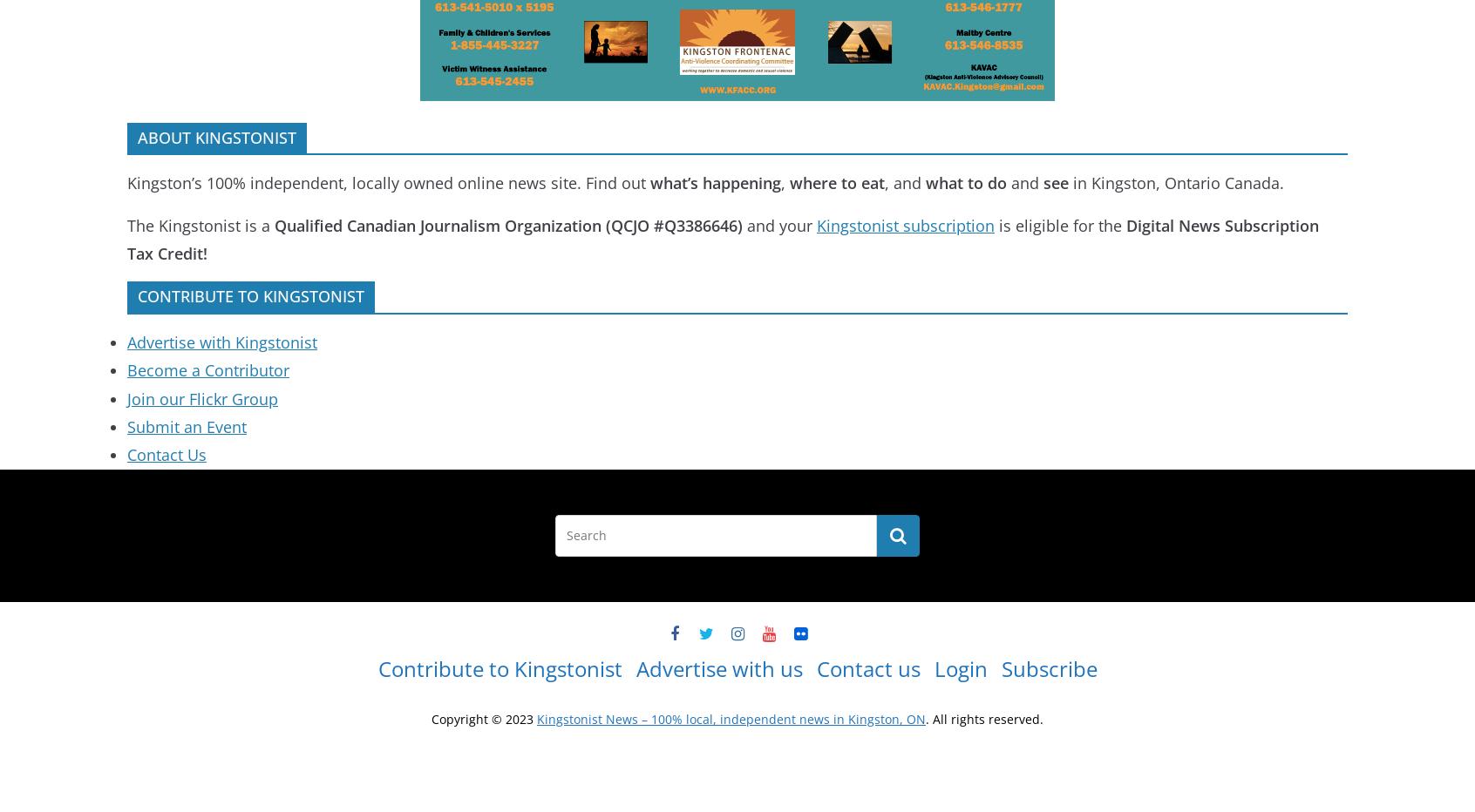 This screenshot has width=1475, height=812. I want to click on 'Digital News Subscription Tax Credit!', so click(723, 238).